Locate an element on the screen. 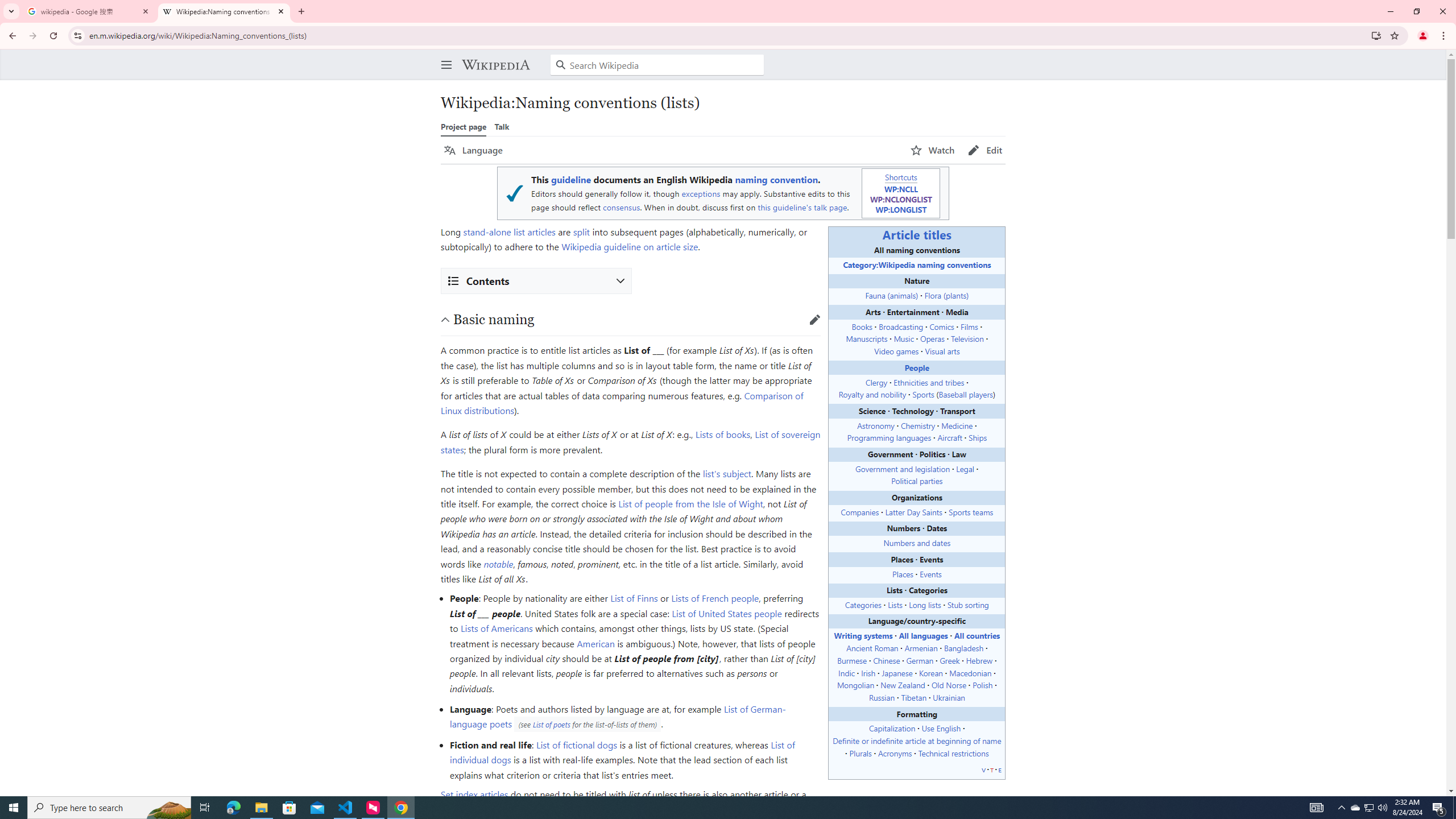  'split' is located at coordinates (580, 230).